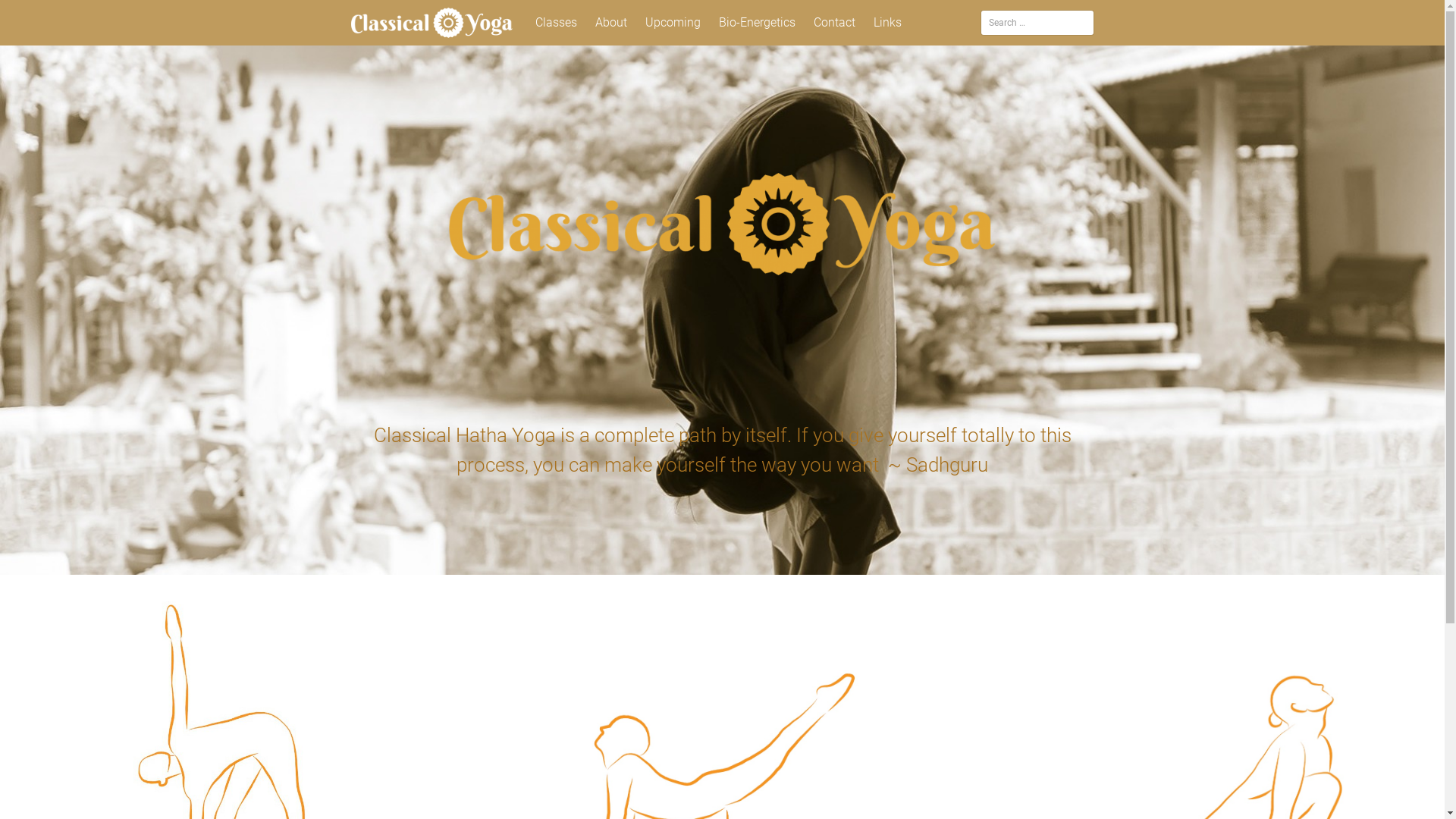 Image resolution: width=1456 pixels, height=819 pixels. What do you see at coordinates (757, 23) in the screenshot?
I see `'Bio-Energetics'` at bounding box center [757, 23].